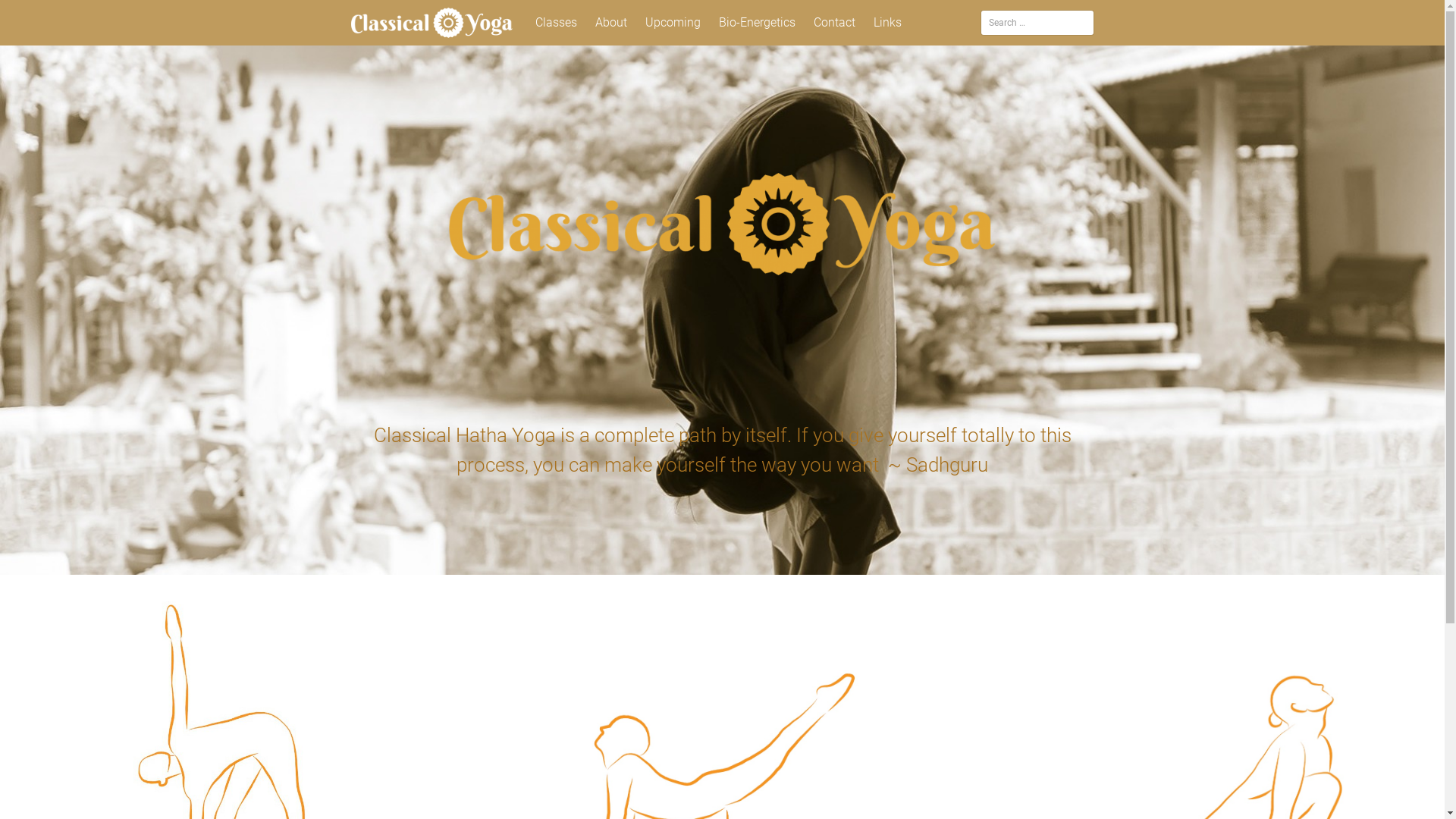 Image resolution: width=1456 pixels, height=819 pixels. What do you see at coordinates (757, 23) in the screenshot?
I see `'Bio-Energetics'` at bounding box center [757, 23].